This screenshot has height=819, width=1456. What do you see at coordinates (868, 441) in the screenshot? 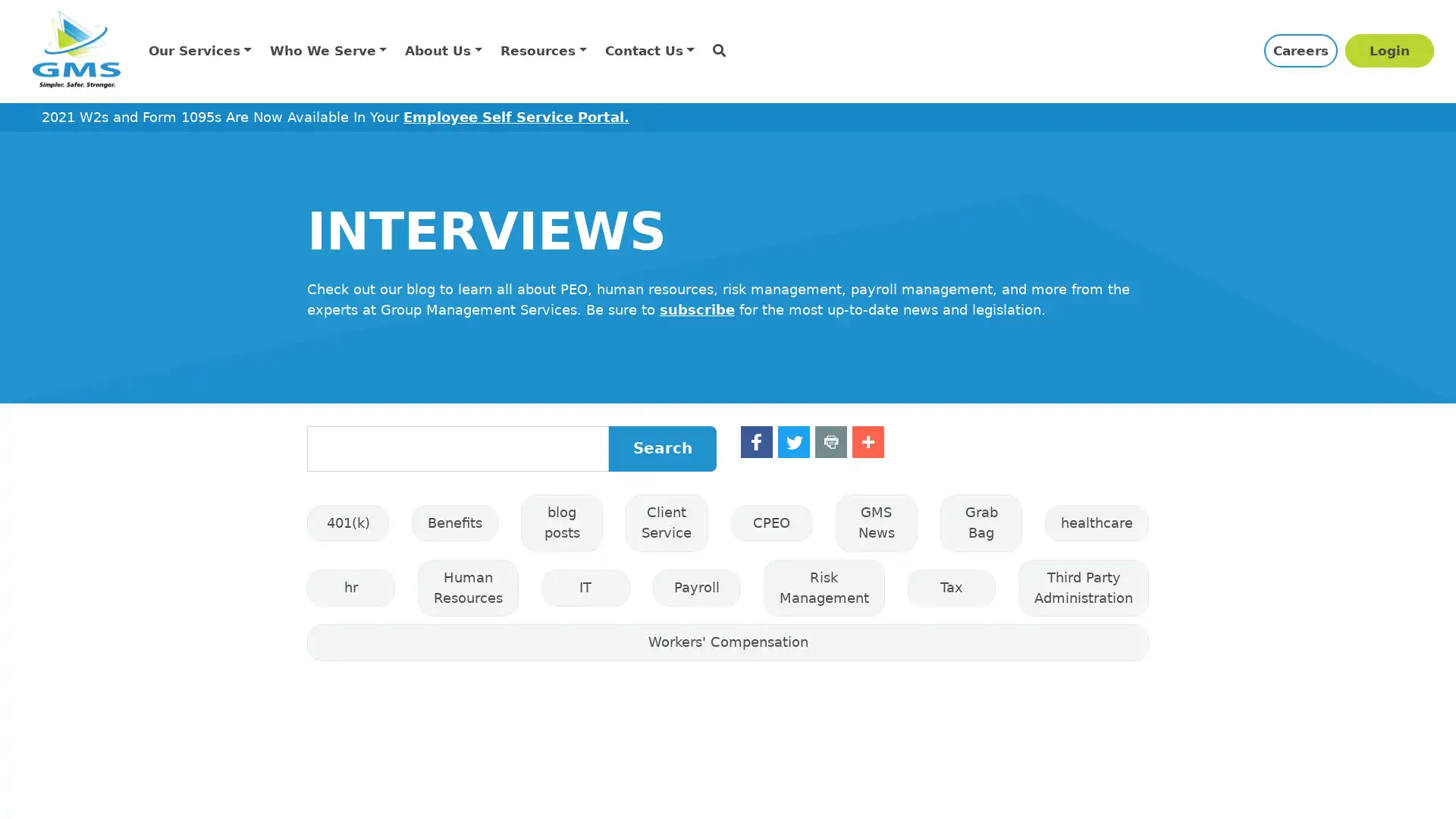
I see `Share to Twitter Twitter` at bounding box center [868, 441].